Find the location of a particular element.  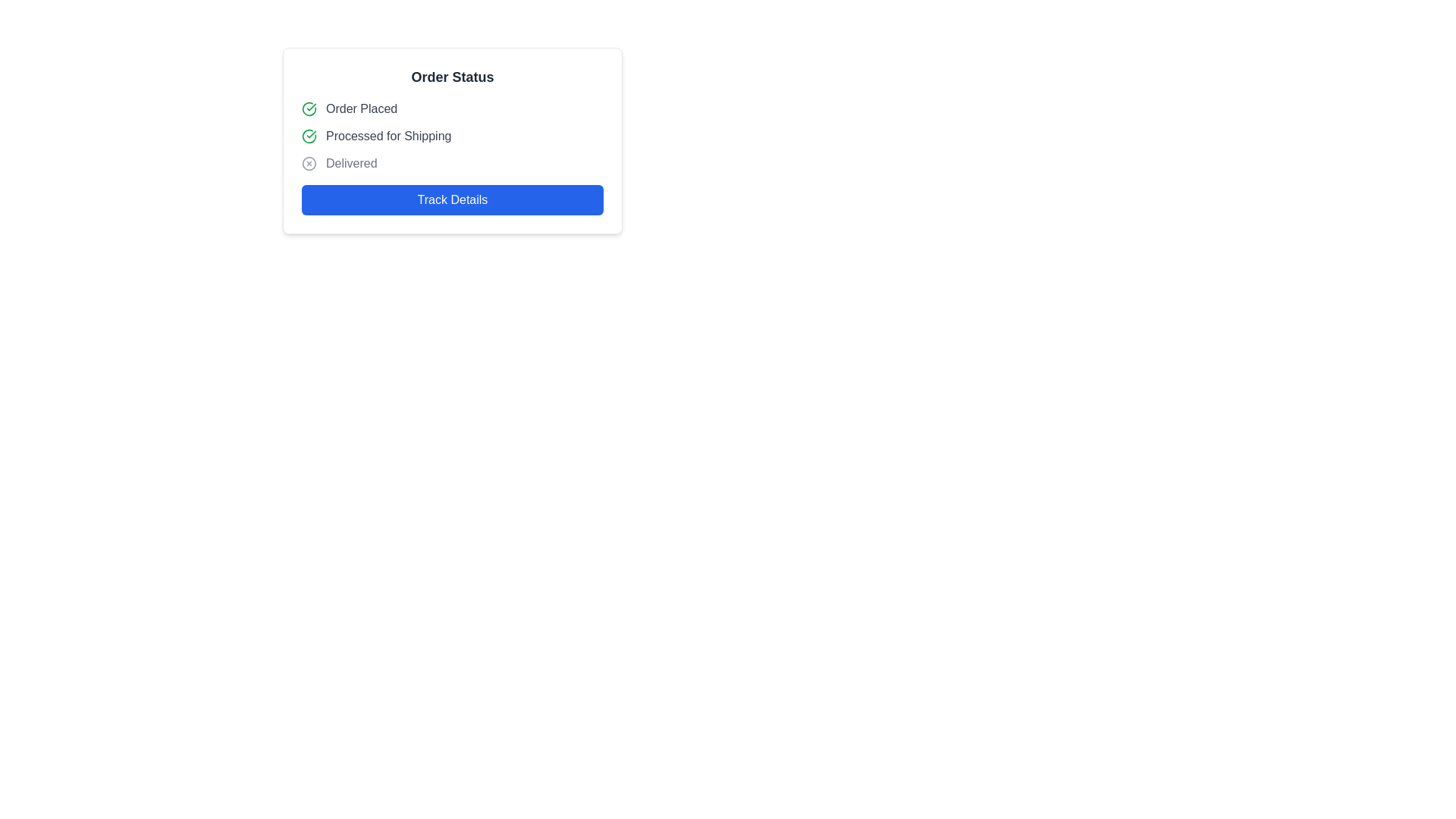

the Status indicator that shows the order has been processed for shipment, located below the 'Order Placed' element and above the 'Delivered' element in the 'Order Status' section is located at coordinates (451, 136).